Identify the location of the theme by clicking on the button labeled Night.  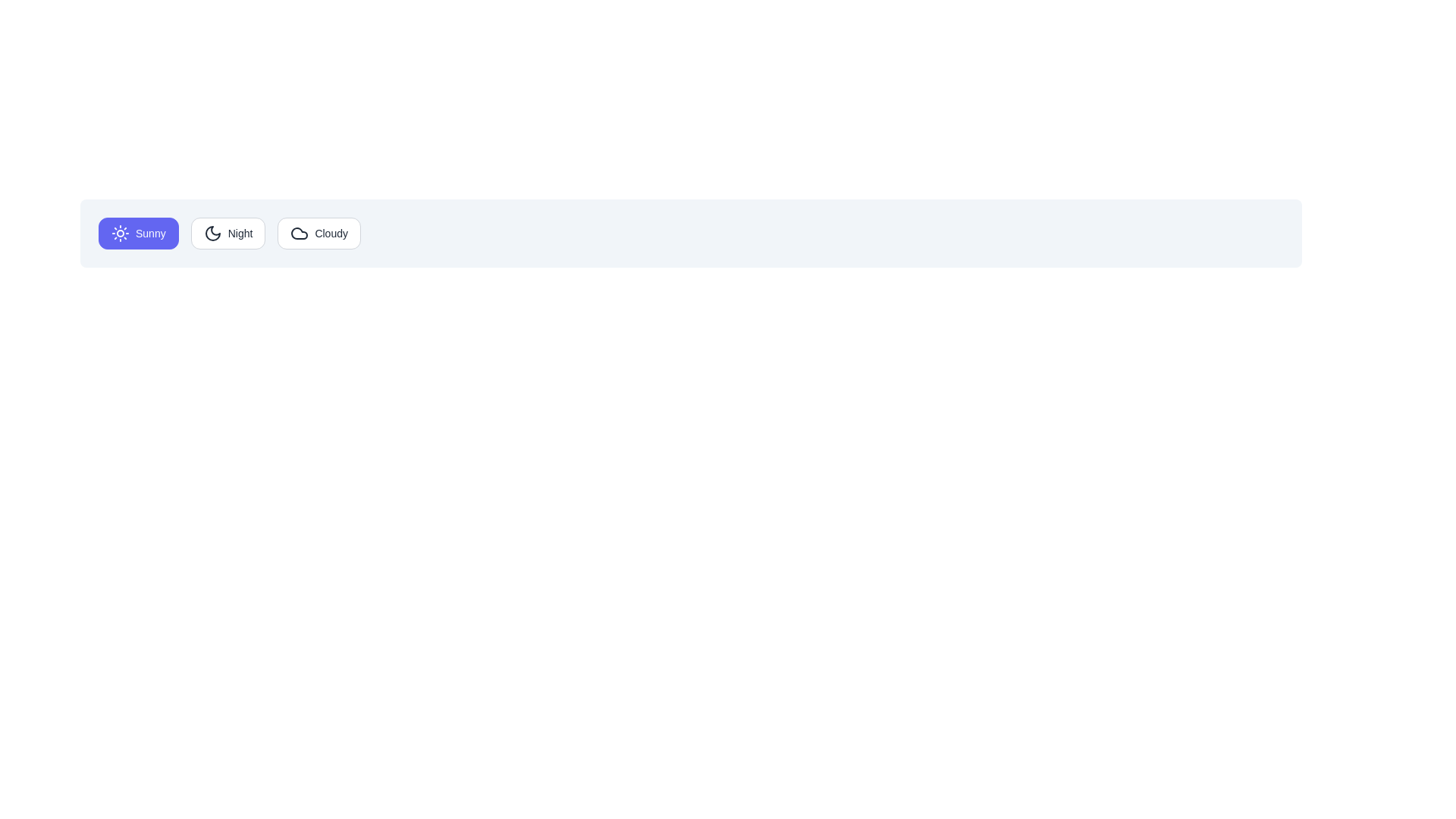
(227, 234).